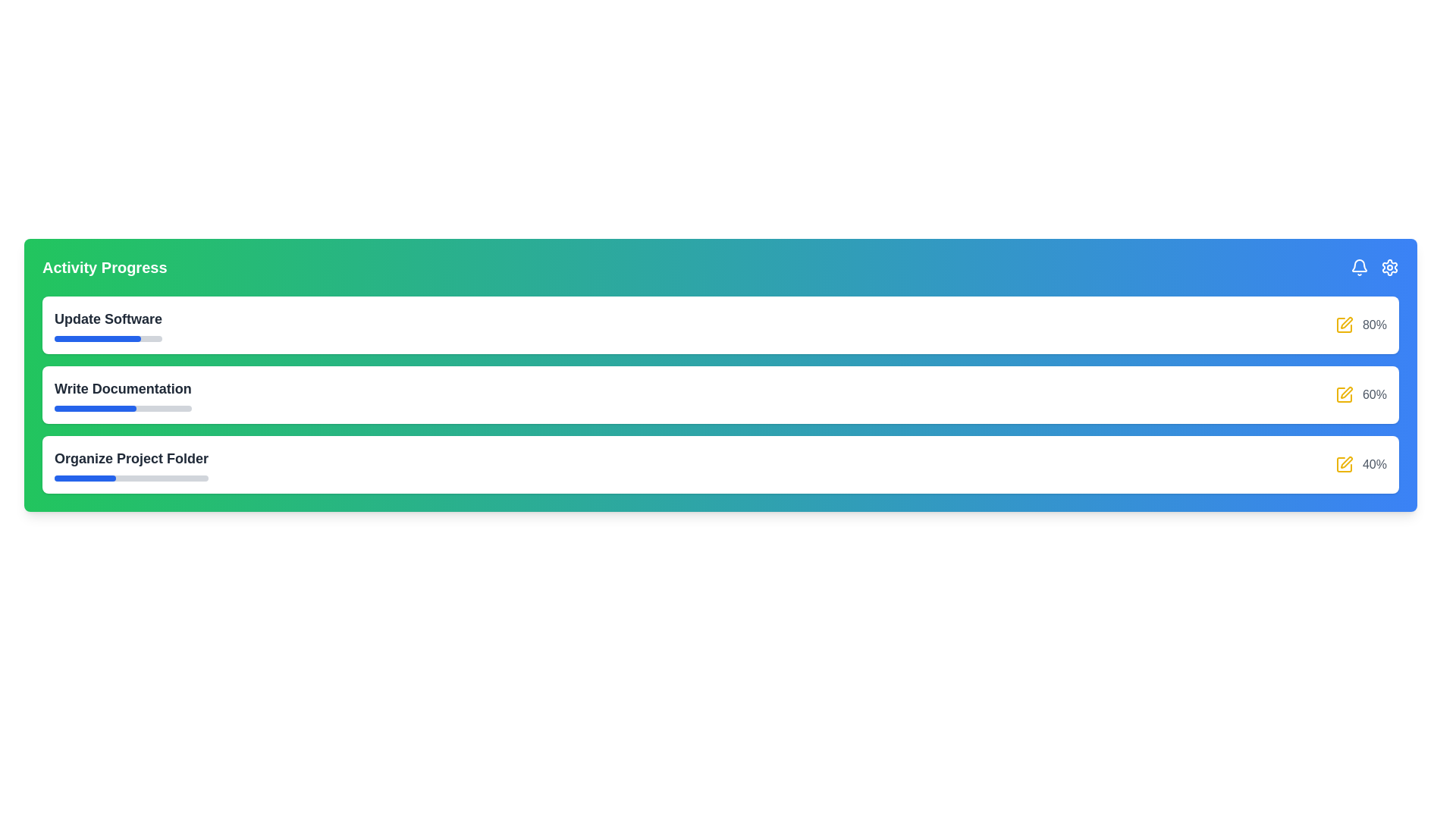 The image size is (1456, 819). Describe the element at coordinates (1375, 324) in the screenshot. I see `the Text label indicating 80% completion for the 'Write Documentation' task, located to the right of the yellow edit icon` at that location.